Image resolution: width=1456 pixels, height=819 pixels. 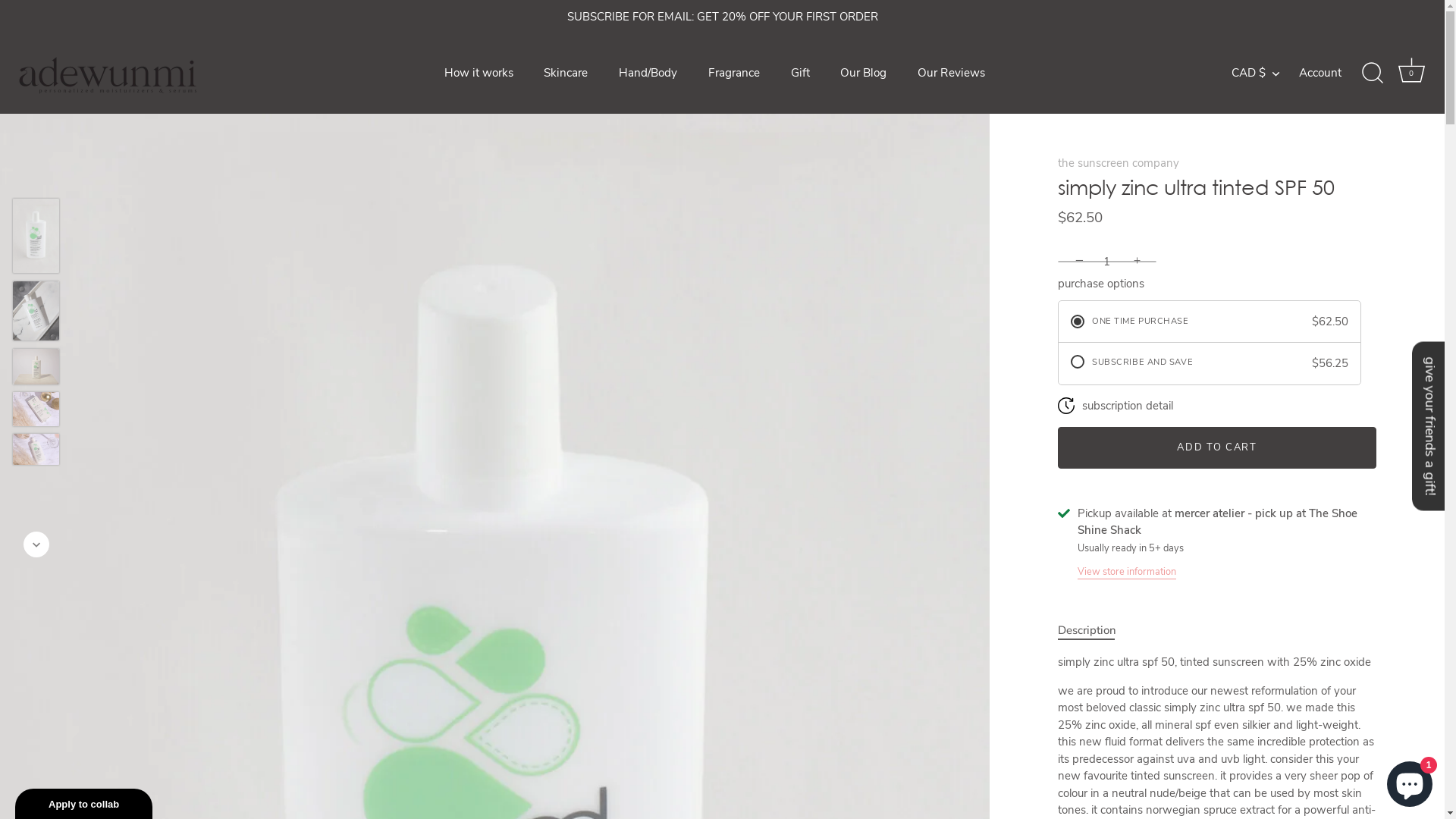 I want to click on 'Our Reviews', so click(x=903, y=73).